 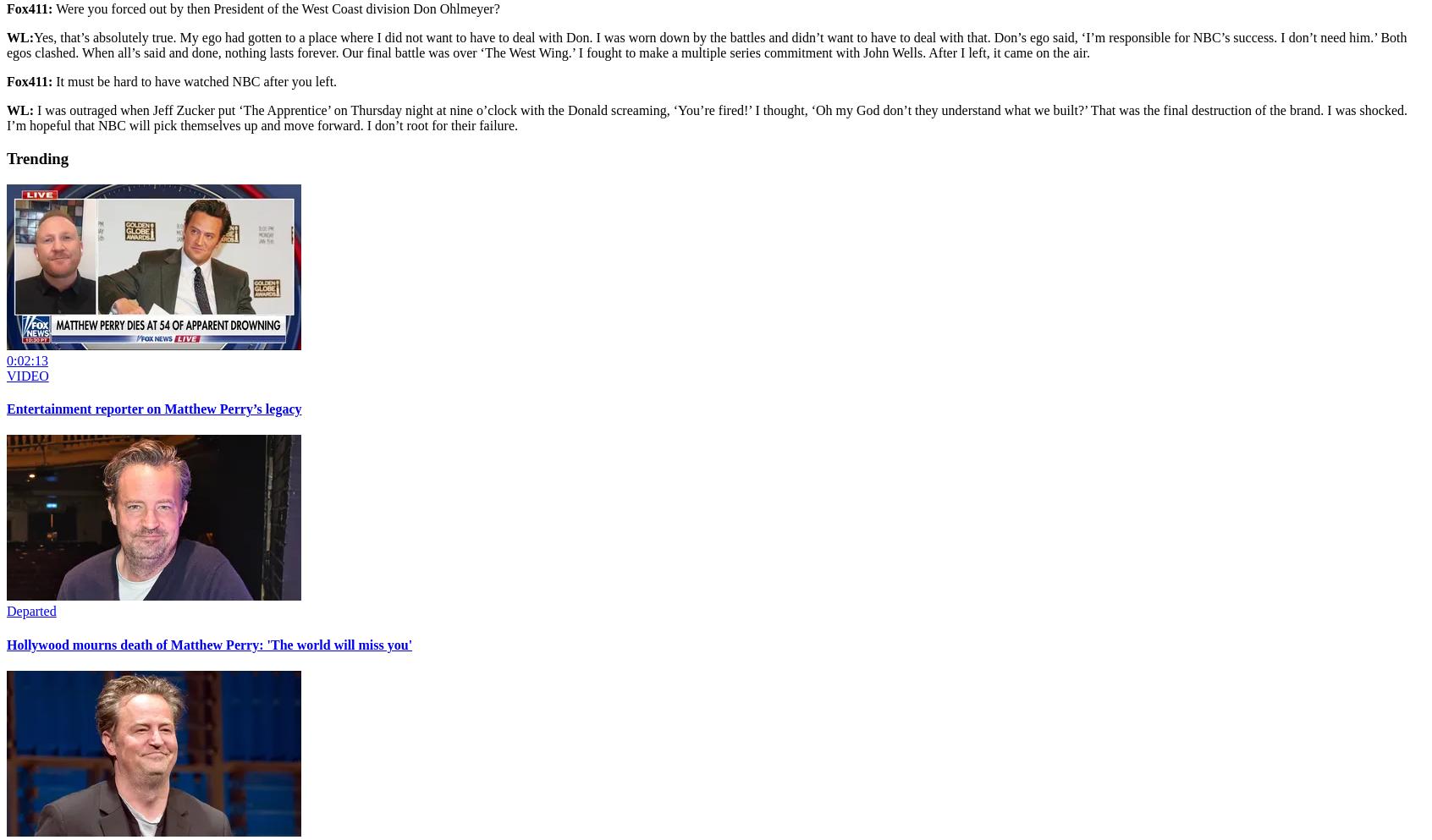 I want to click on 'It must be hard to have watched NBC after you left.', so click(x=196, y=80).